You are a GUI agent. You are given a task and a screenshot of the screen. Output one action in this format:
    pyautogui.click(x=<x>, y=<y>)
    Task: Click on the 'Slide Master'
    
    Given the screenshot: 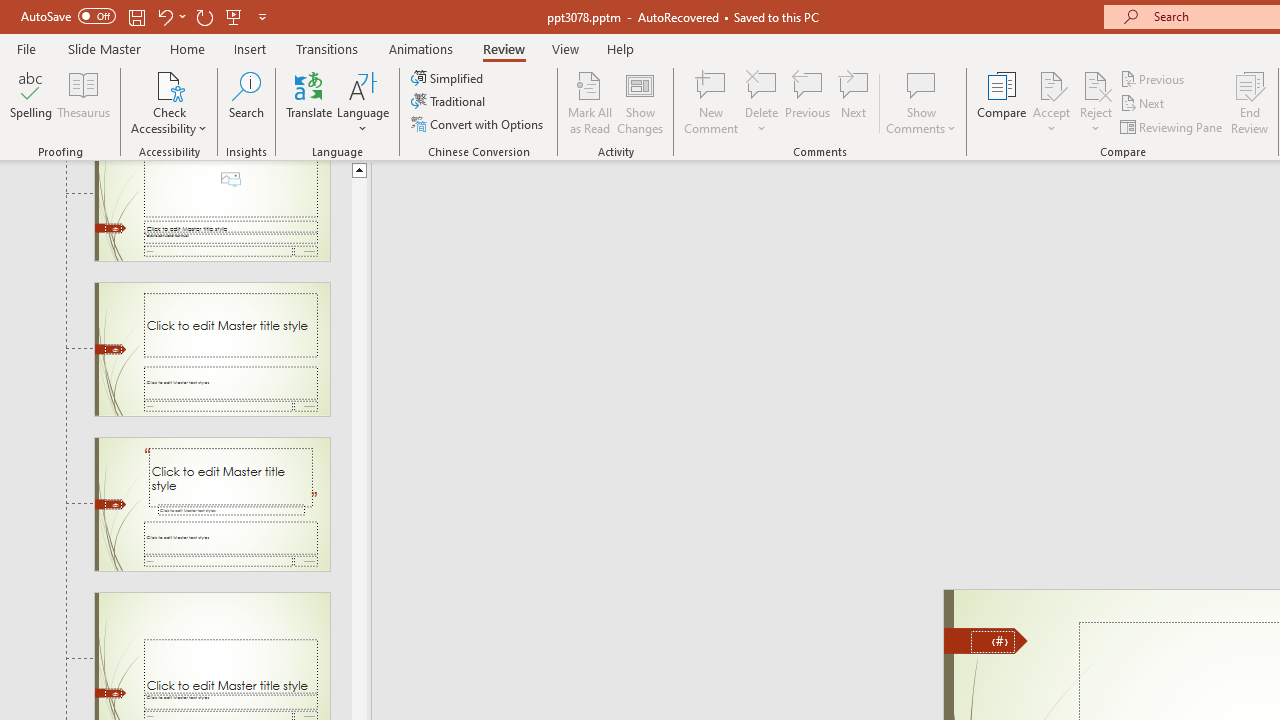 What is the action you would take?
    pyautogui.click(x=103, y=48)
    